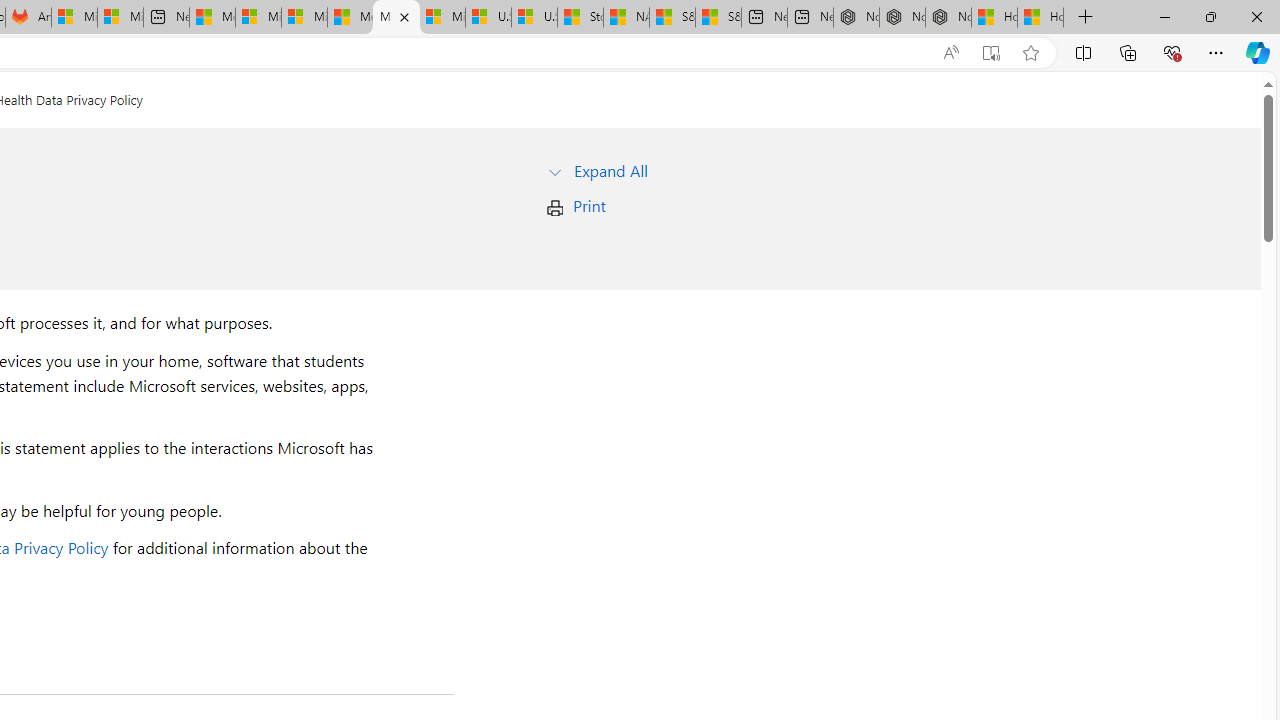 This screenshot has width=1280, height=720. Describe the element at coordinates (403, 17) in the screenshot. I see `'Close tab'` at that location.